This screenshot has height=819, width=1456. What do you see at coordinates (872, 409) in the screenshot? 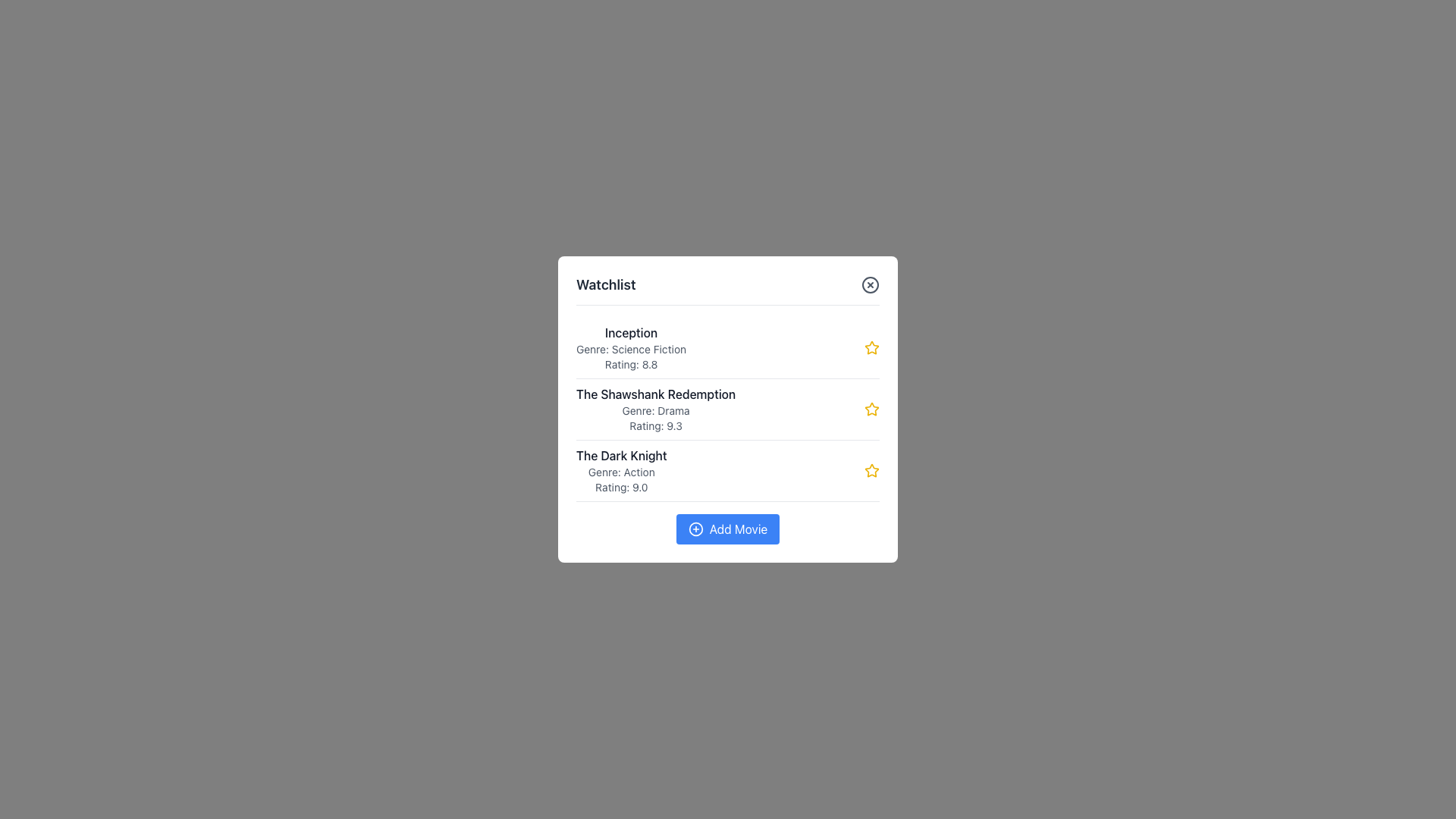
I see `the star icon` at bounding box center [872, 409].